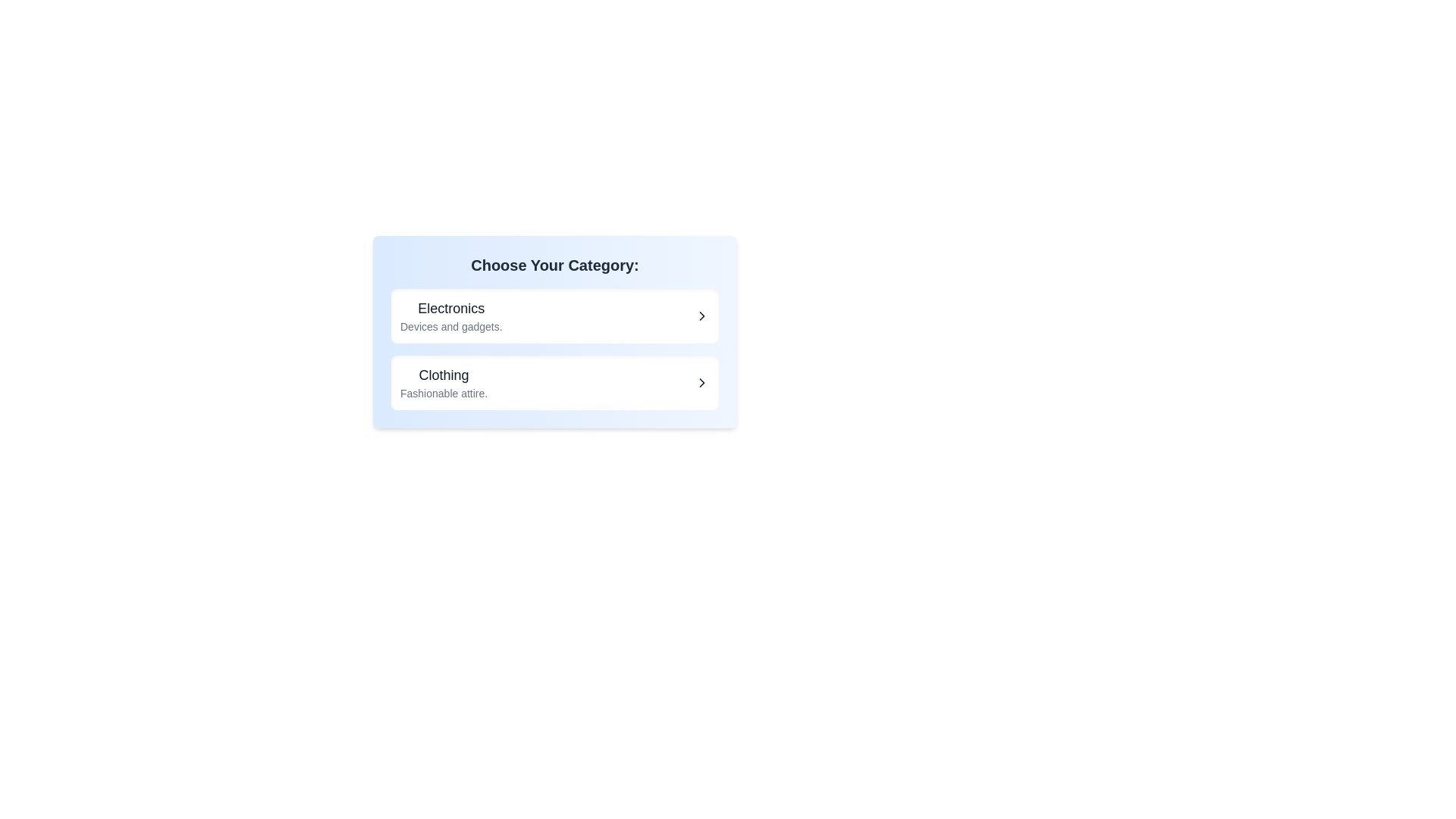 This screenshot has width=1456, height=819. Describe the element at coordinates (554, 382) in the screenshot. I see `the 'Clothing' selectable list item, which is the second entry` at that location.